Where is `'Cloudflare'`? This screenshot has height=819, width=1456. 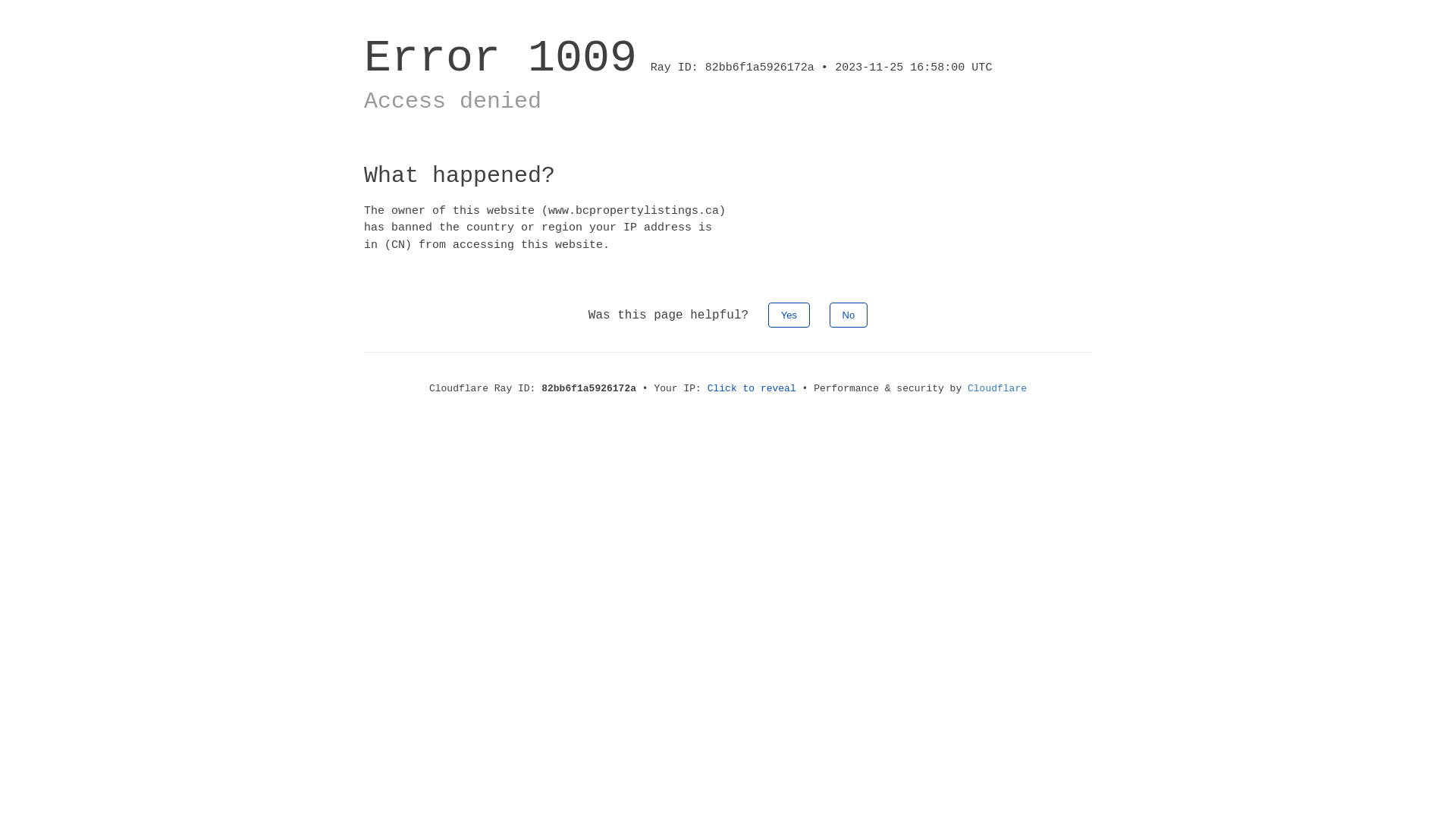
'Cloudflare' is located at coordinates (997, 388).